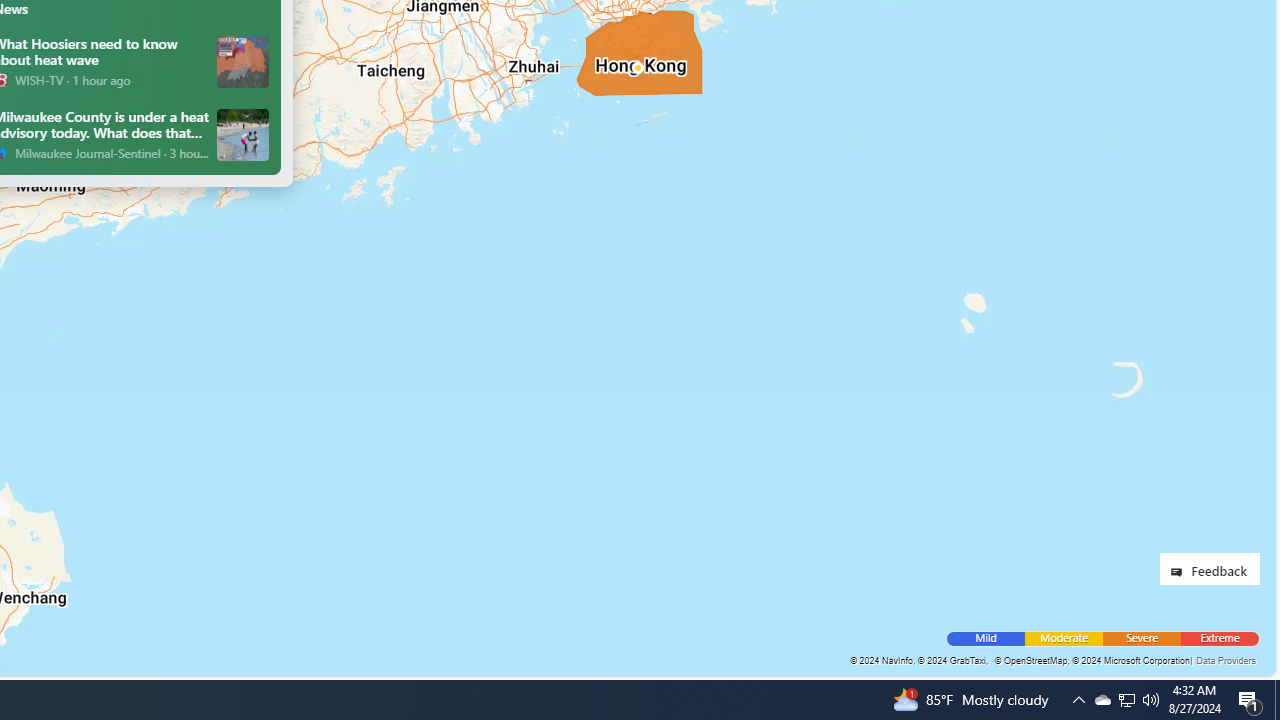 The height and width of the screenshot is (720, 1280). I want to click on 'Data Providers', so click(1224, 660).